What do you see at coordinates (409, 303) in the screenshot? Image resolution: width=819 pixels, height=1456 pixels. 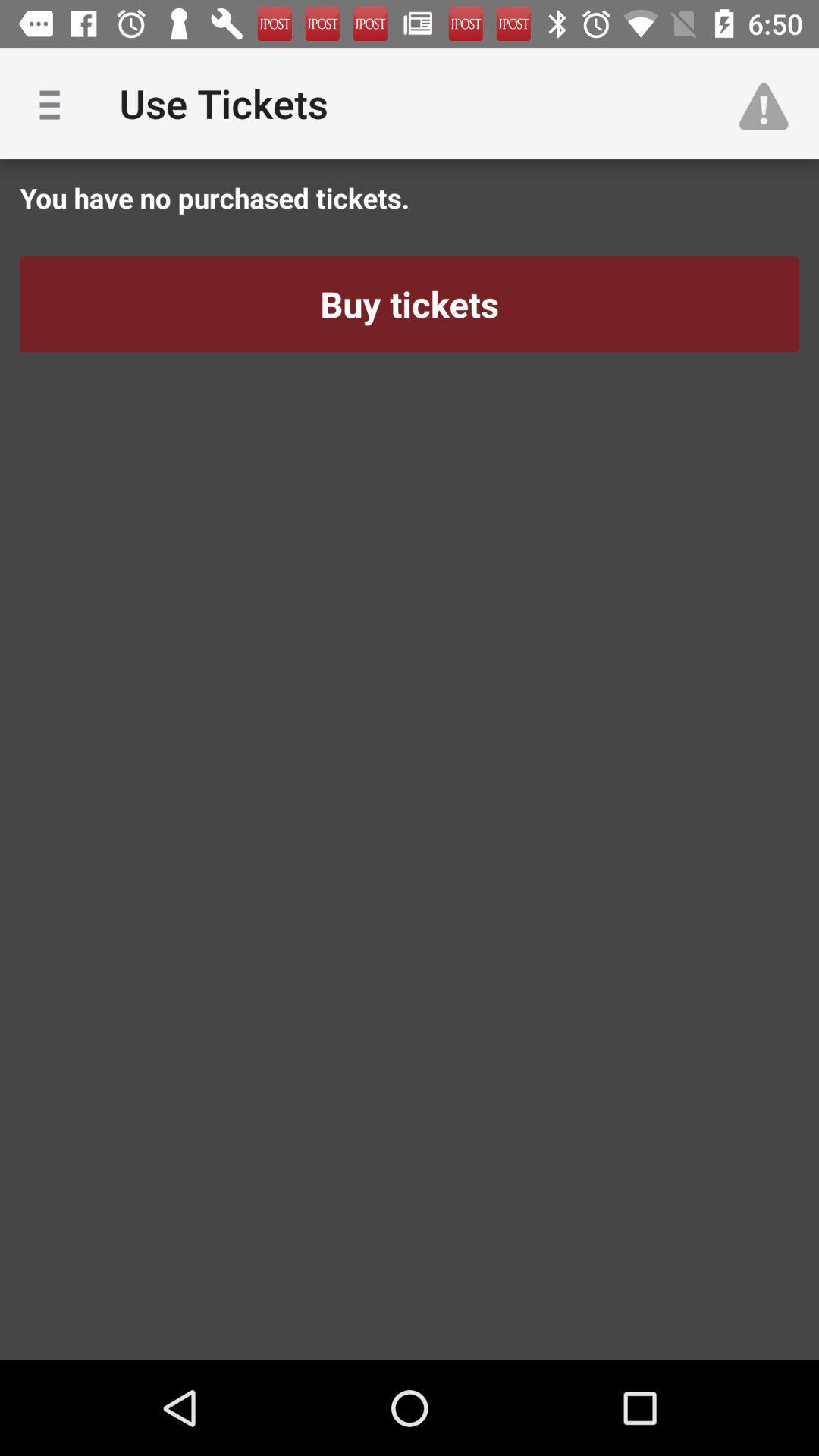 I see `icon below you have no icon` at bounding box center [409, 303].